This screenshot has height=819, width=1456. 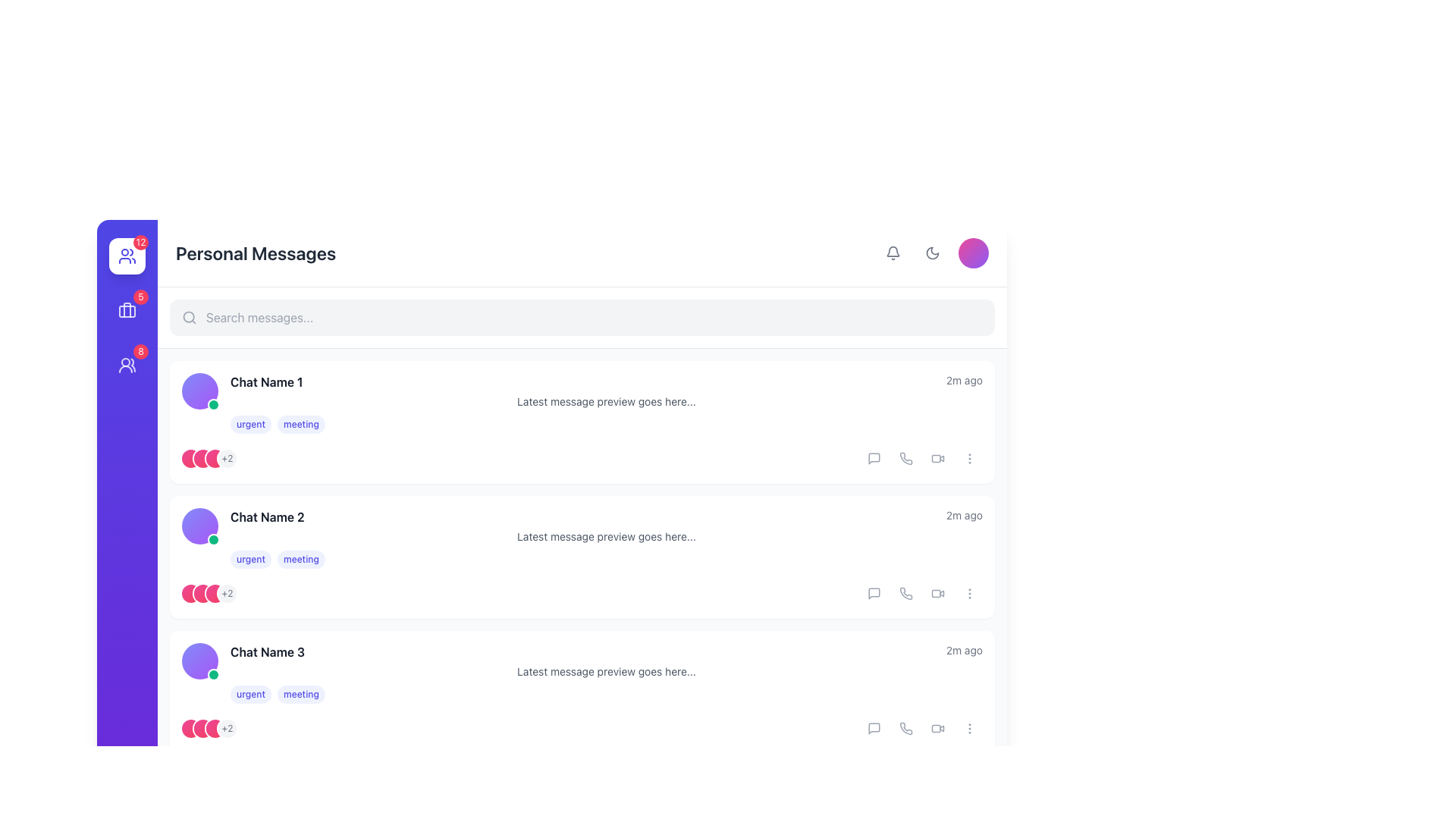 What do you see at coordinates (893, 253) in the screenshot?
I see `the notification bell icon, which is a small, rounded button styled in gray that changes to a darker gray when hovered over, located near the top-right corner of the interface` at bounding box center [893, 253].